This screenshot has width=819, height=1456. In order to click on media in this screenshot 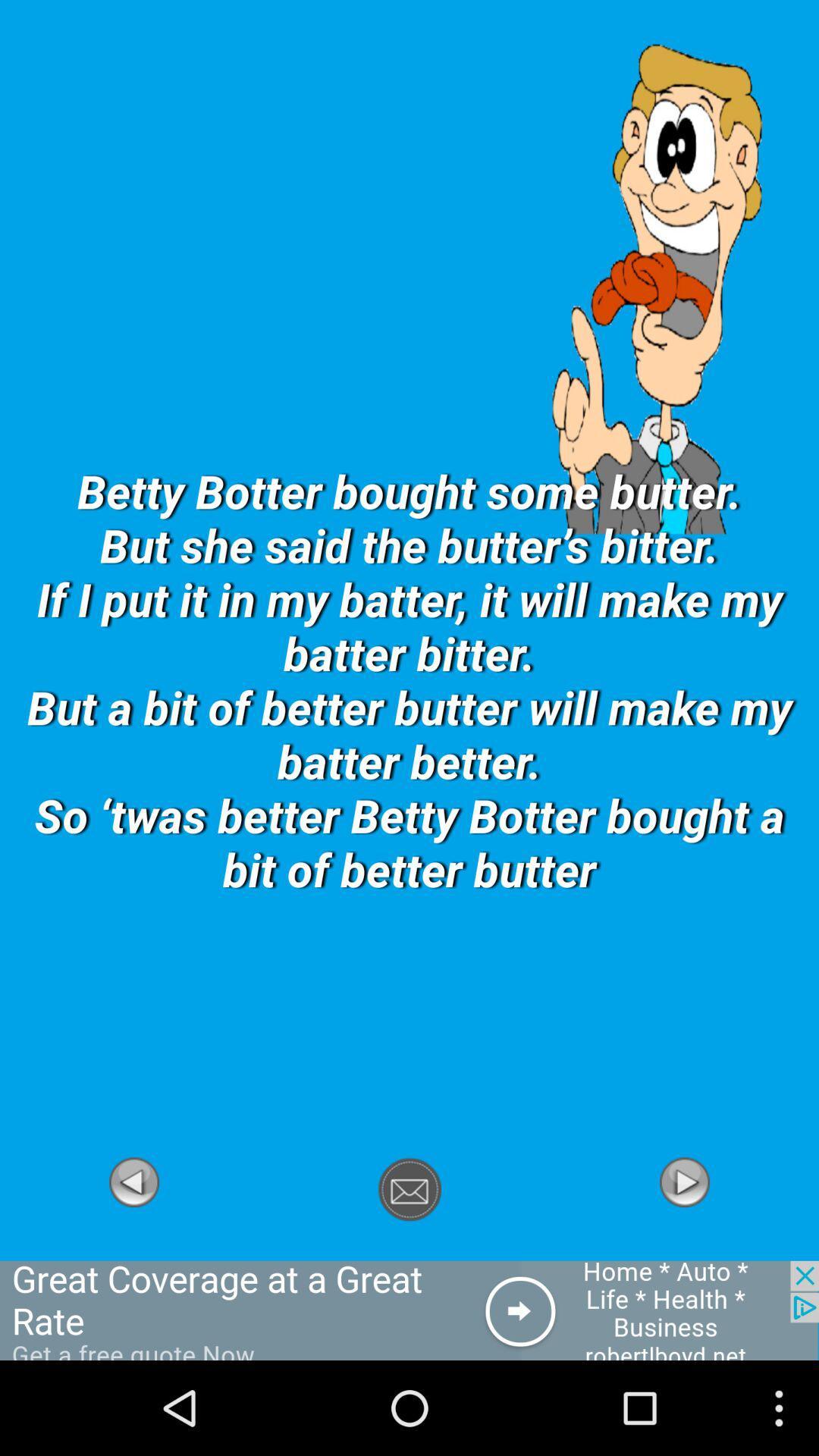, I will do `click(684, 1252)`.